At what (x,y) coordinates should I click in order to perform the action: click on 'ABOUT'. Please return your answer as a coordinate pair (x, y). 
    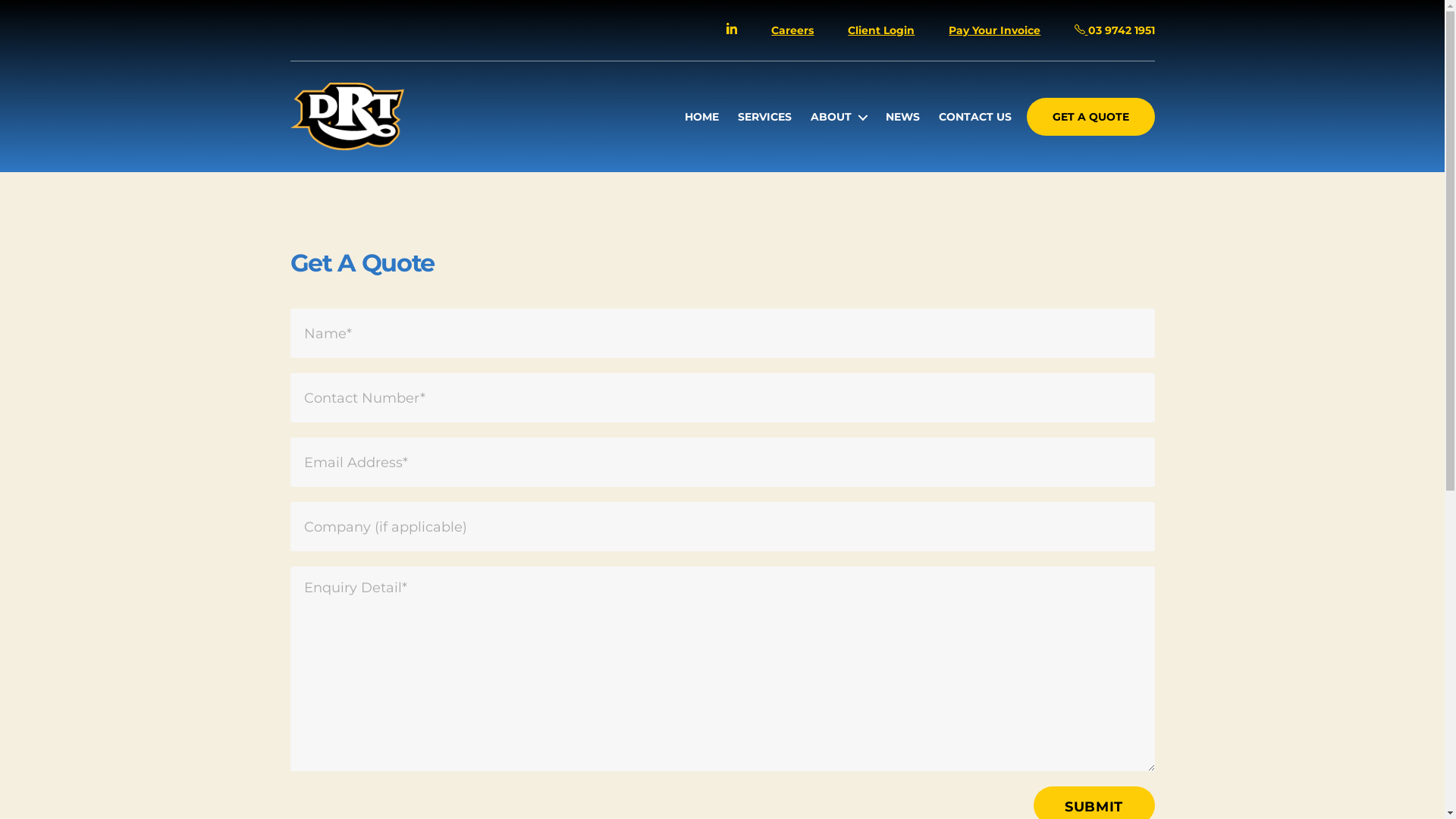
    Looking at the image, I should click on (837, 116).